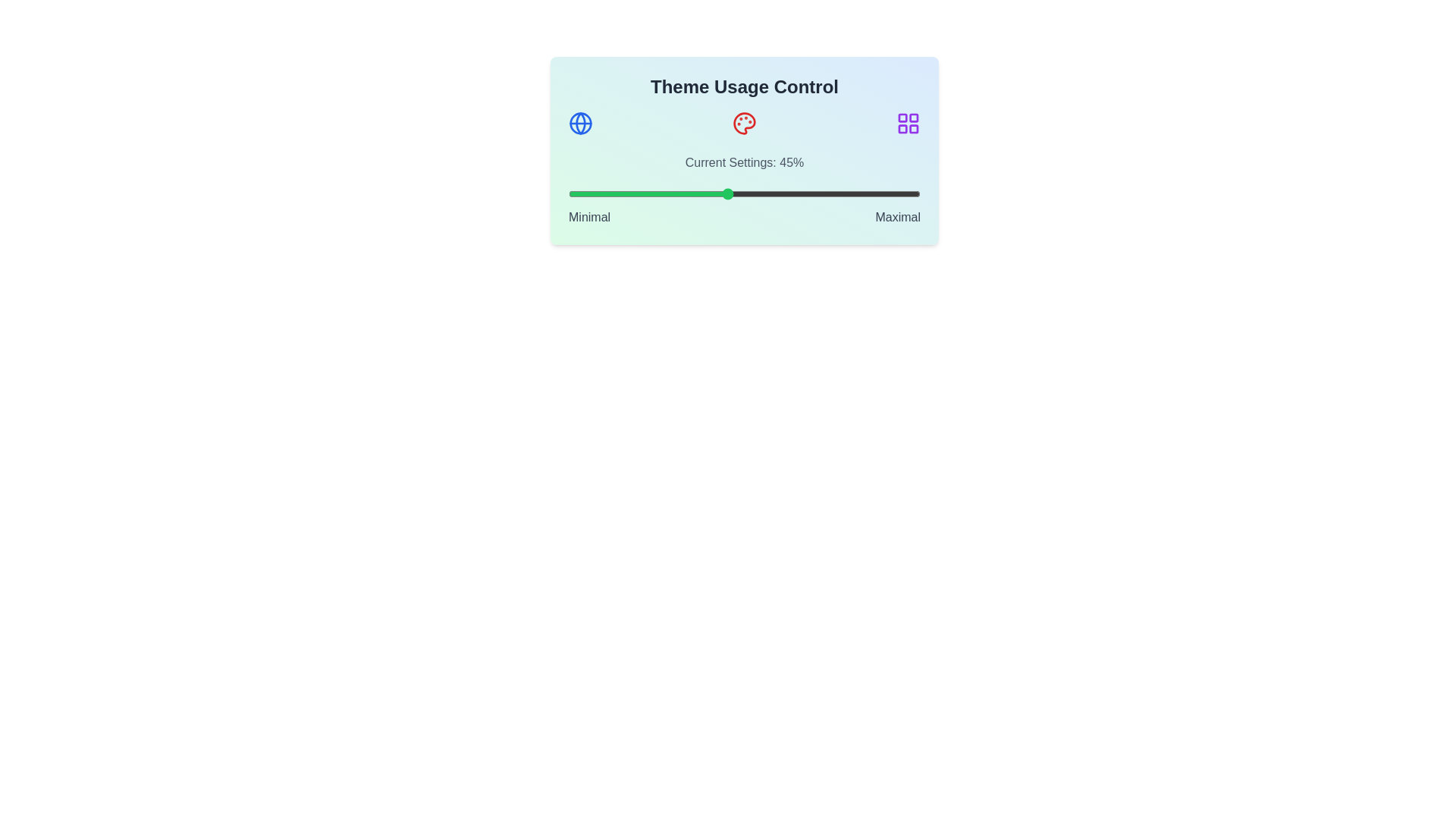  What do you see at coordinates (745, 193) in the screenshot?
I see `the slider to trigger feedback or tooltip` at bounding box center [745, 193].